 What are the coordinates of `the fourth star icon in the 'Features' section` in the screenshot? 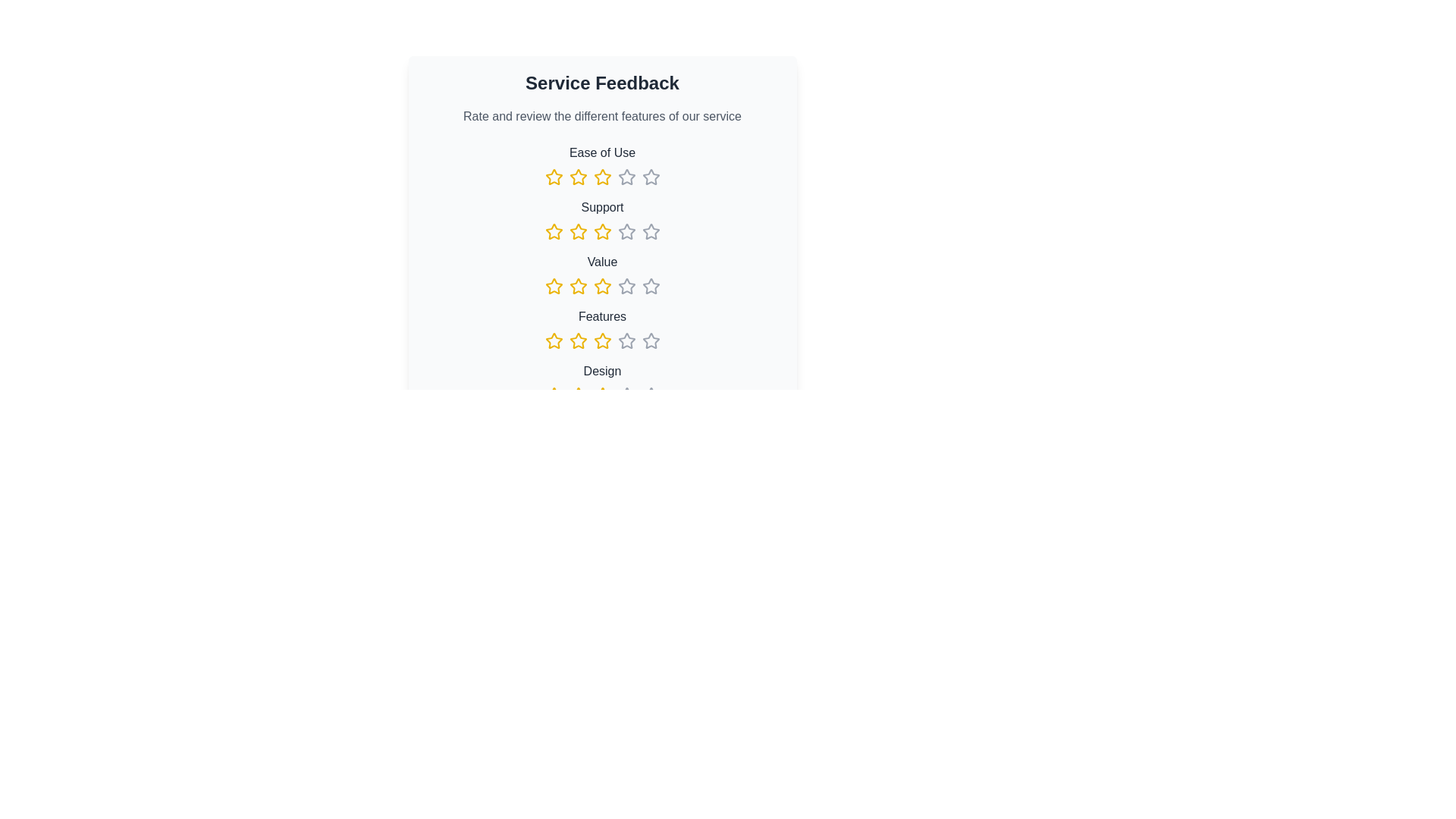 It's located at (626, 340).